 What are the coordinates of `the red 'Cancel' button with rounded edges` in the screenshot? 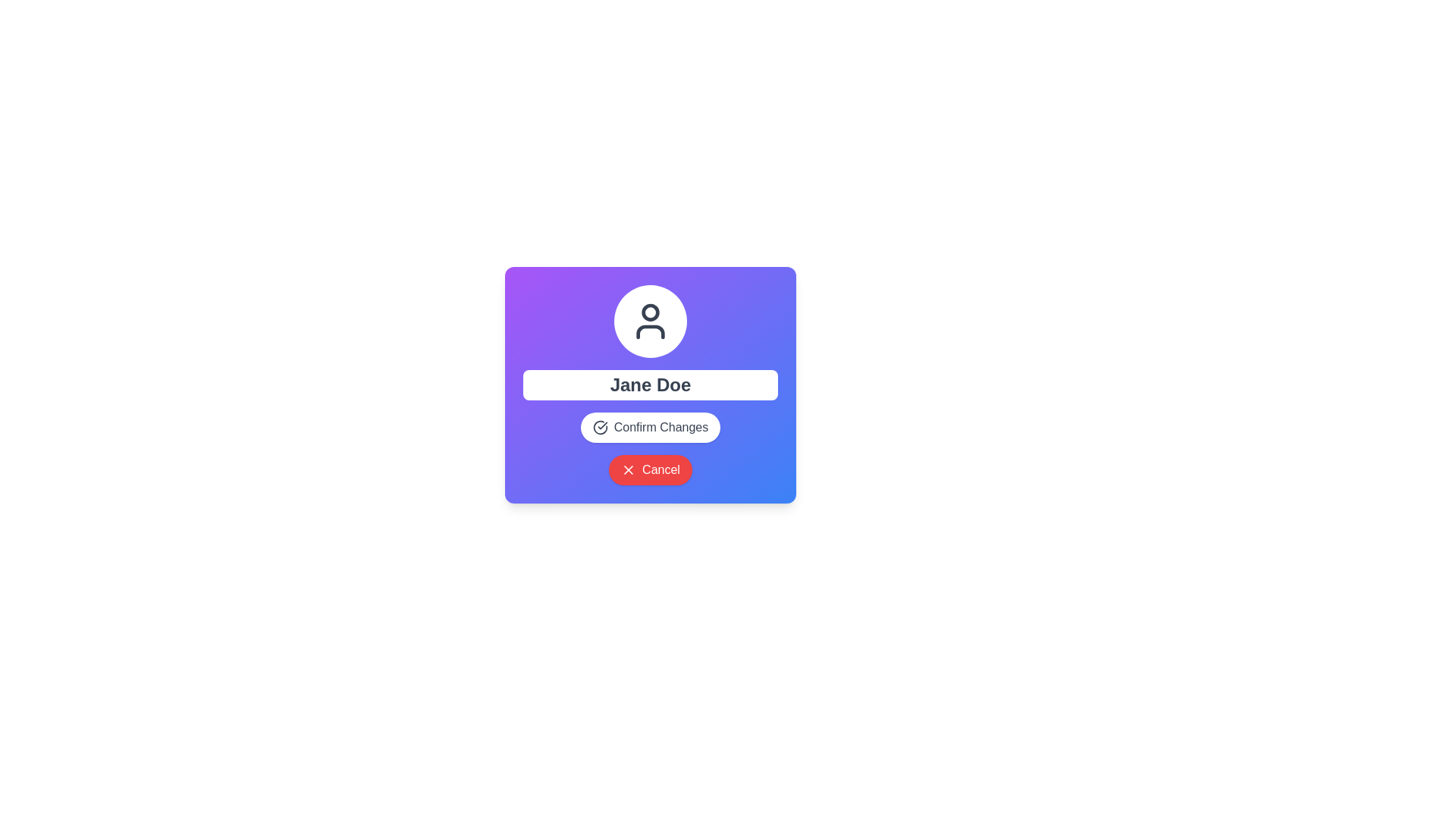 It's located at (651, 469).